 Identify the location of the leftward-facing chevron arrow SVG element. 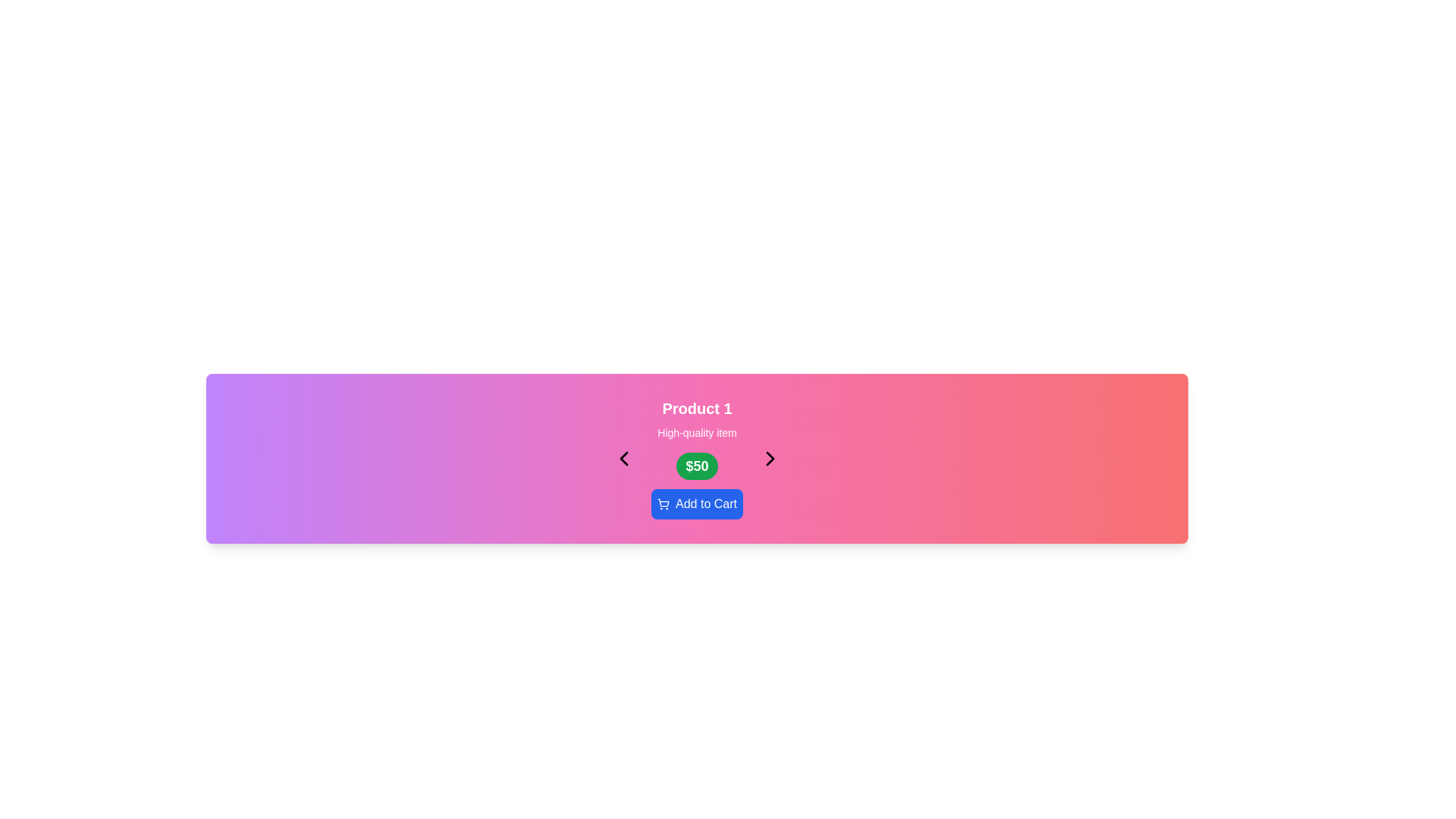
(624, 458).